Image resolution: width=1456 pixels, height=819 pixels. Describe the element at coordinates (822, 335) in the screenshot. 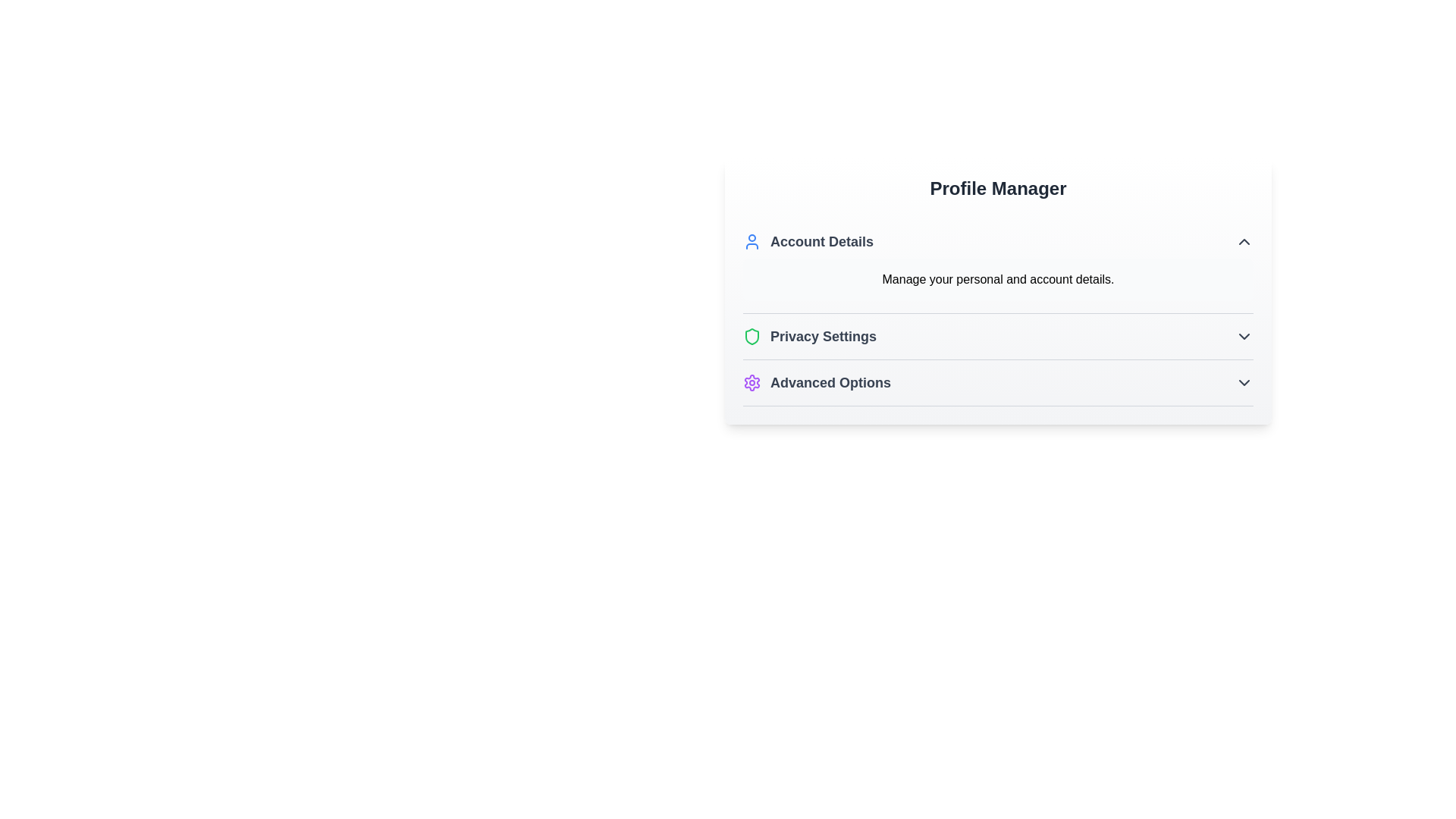

I see `the 'Privacy Settings' text label in the Profile Manager menu` at that location.